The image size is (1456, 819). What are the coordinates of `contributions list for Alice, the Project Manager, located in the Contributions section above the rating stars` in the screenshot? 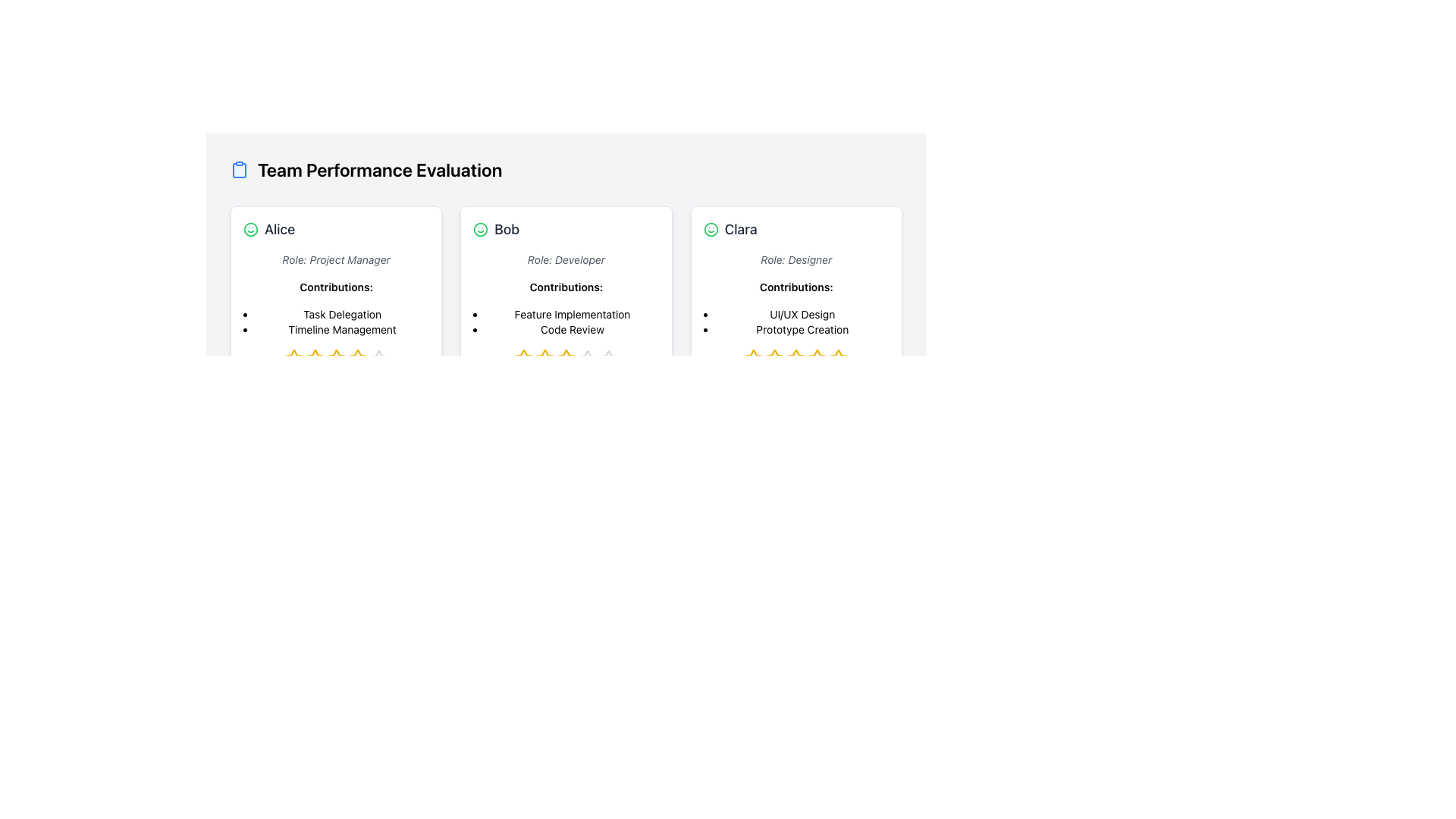 It's located at (341, 321).